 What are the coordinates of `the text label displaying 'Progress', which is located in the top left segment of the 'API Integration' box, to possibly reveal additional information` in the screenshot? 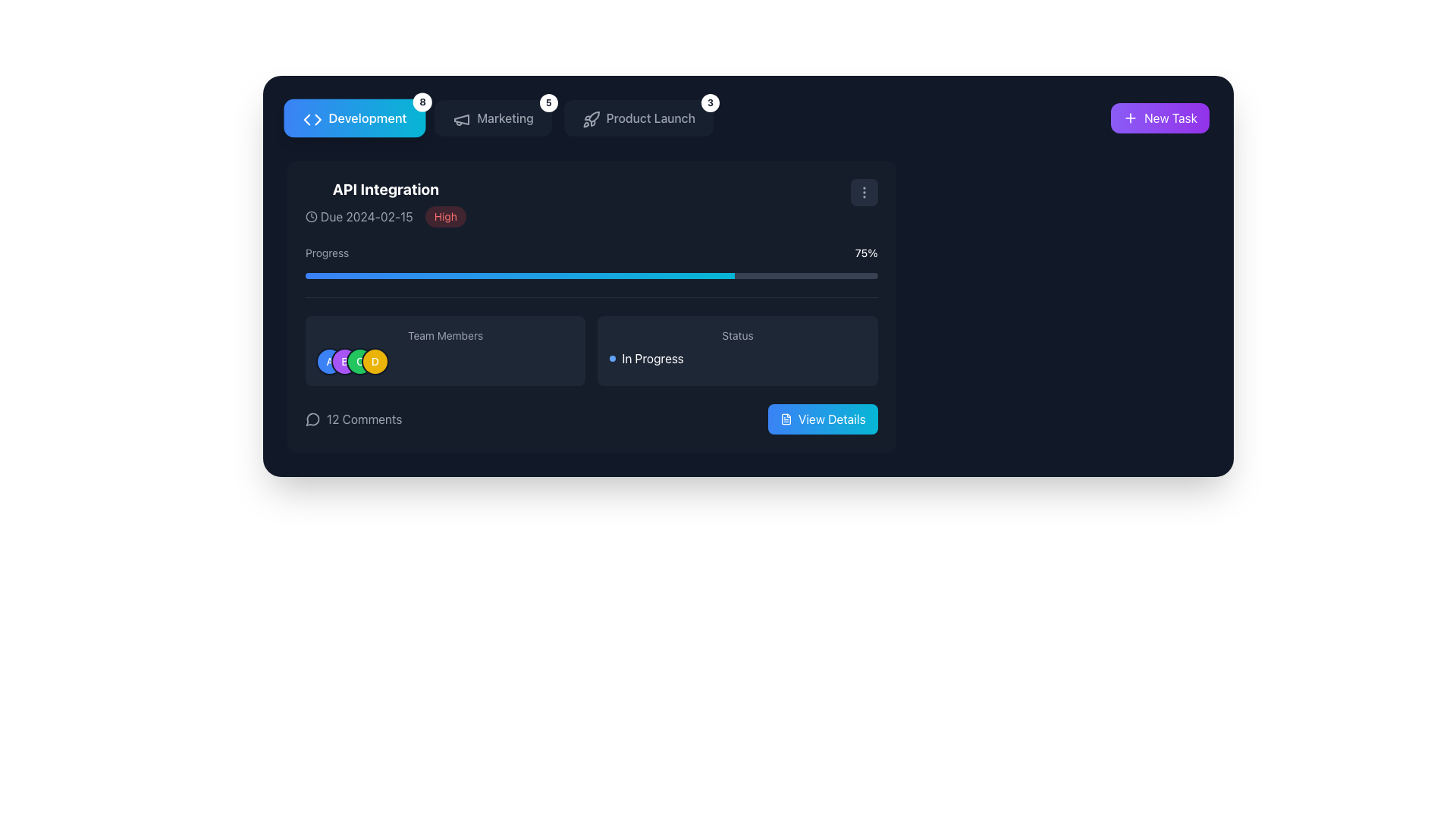 It's located at (326, 253).